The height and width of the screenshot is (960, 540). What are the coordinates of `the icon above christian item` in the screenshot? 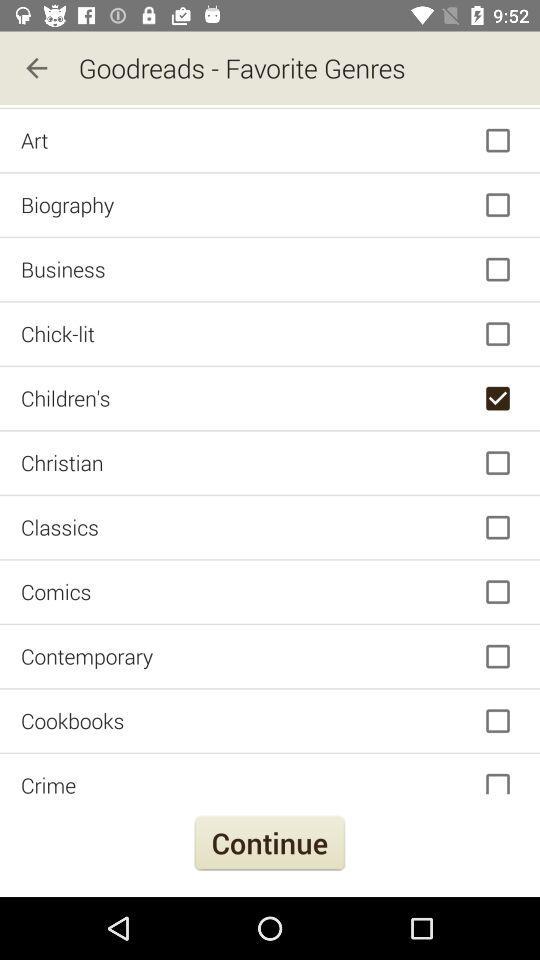 It's located at (270, 397).